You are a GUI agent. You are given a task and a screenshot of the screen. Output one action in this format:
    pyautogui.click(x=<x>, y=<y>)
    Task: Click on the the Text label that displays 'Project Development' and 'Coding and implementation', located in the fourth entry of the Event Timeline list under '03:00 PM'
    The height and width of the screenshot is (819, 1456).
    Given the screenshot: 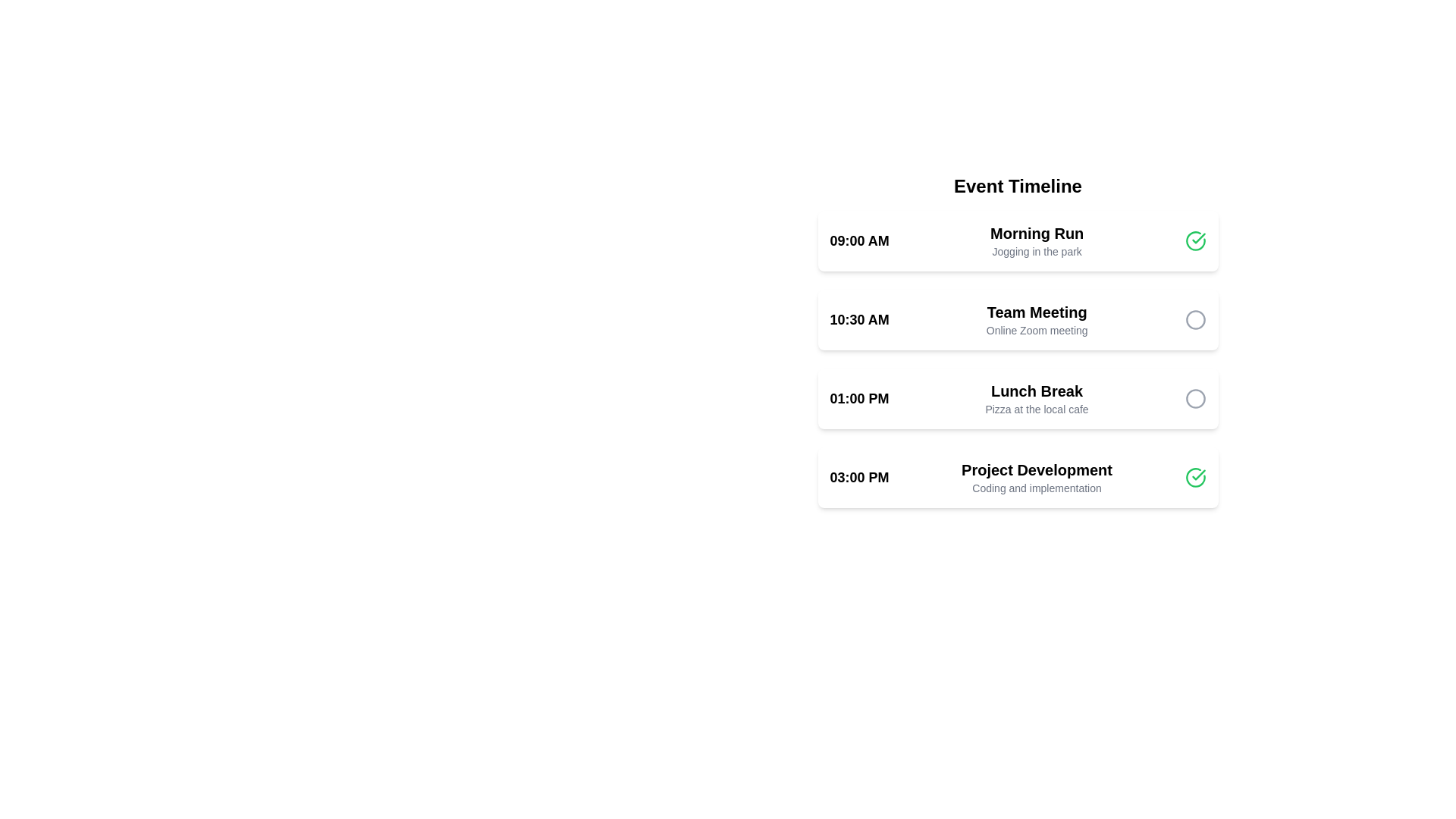 What is the action you would take?
    pyautogui.click(x=1036, y=476)
    